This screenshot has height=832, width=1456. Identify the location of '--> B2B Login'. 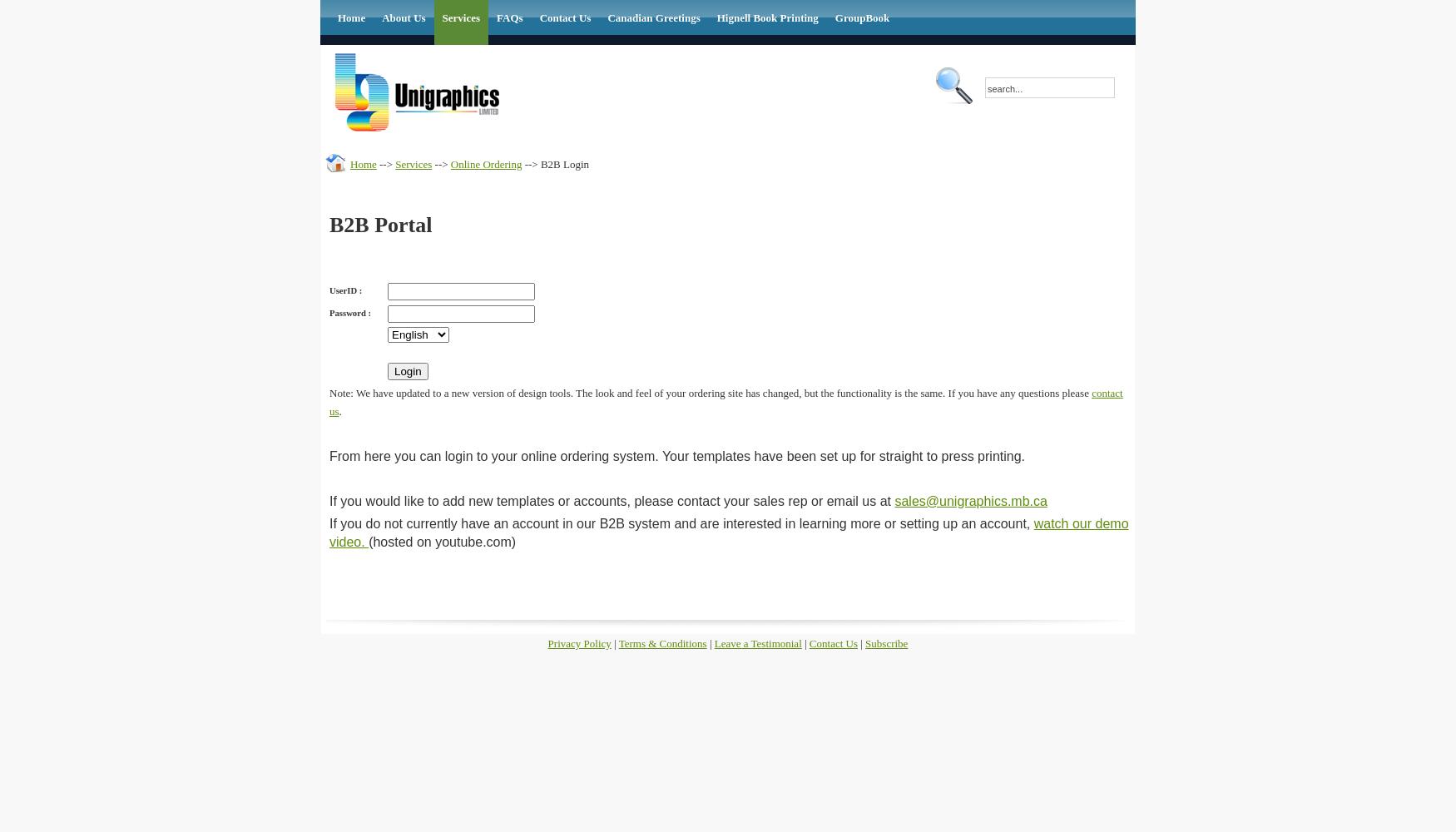
(521, 162).